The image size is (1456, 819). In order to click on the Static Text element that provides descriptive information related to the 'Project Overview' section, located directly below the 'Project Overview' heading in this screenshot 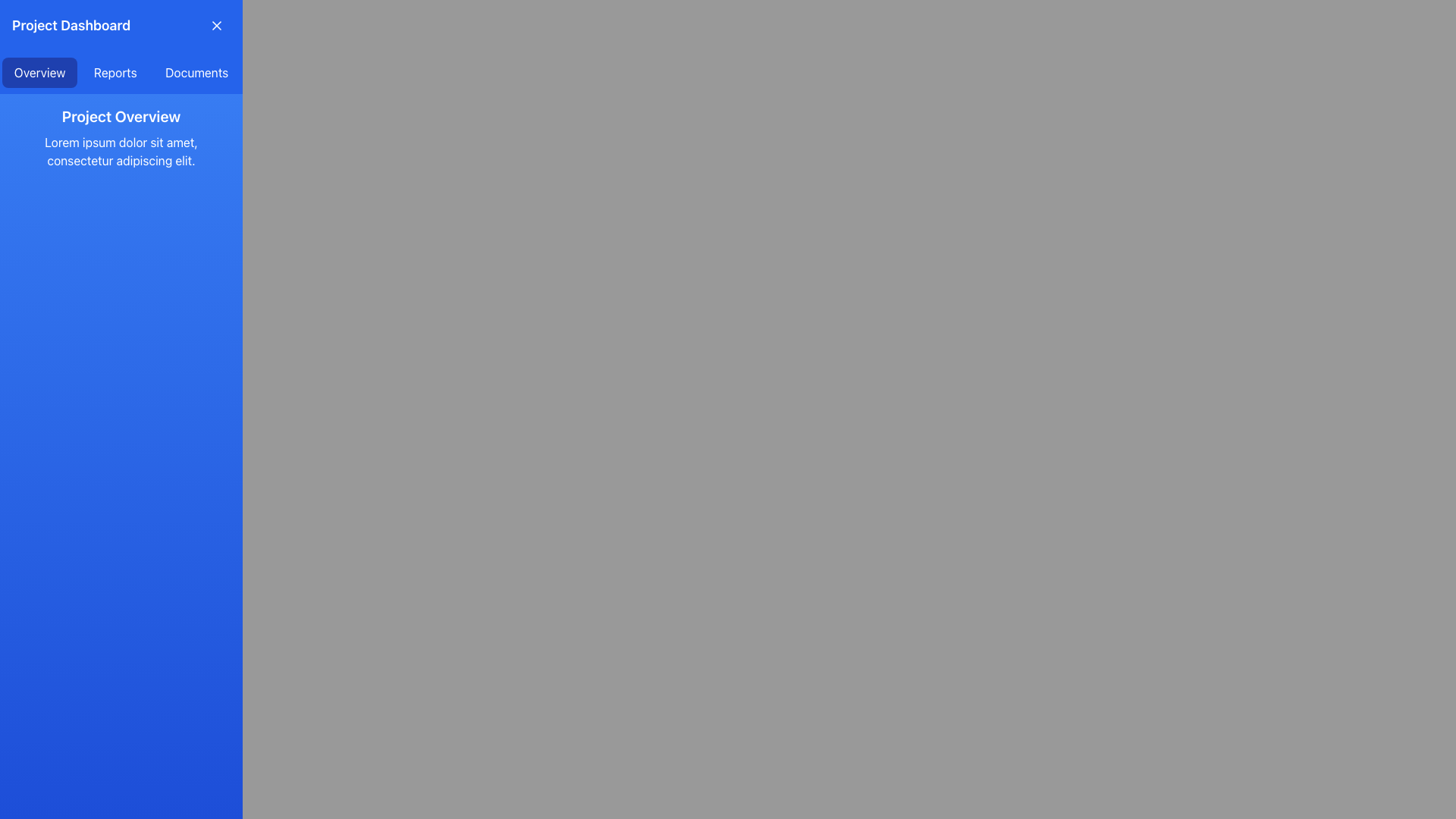, I will do `click(120, 152)`.